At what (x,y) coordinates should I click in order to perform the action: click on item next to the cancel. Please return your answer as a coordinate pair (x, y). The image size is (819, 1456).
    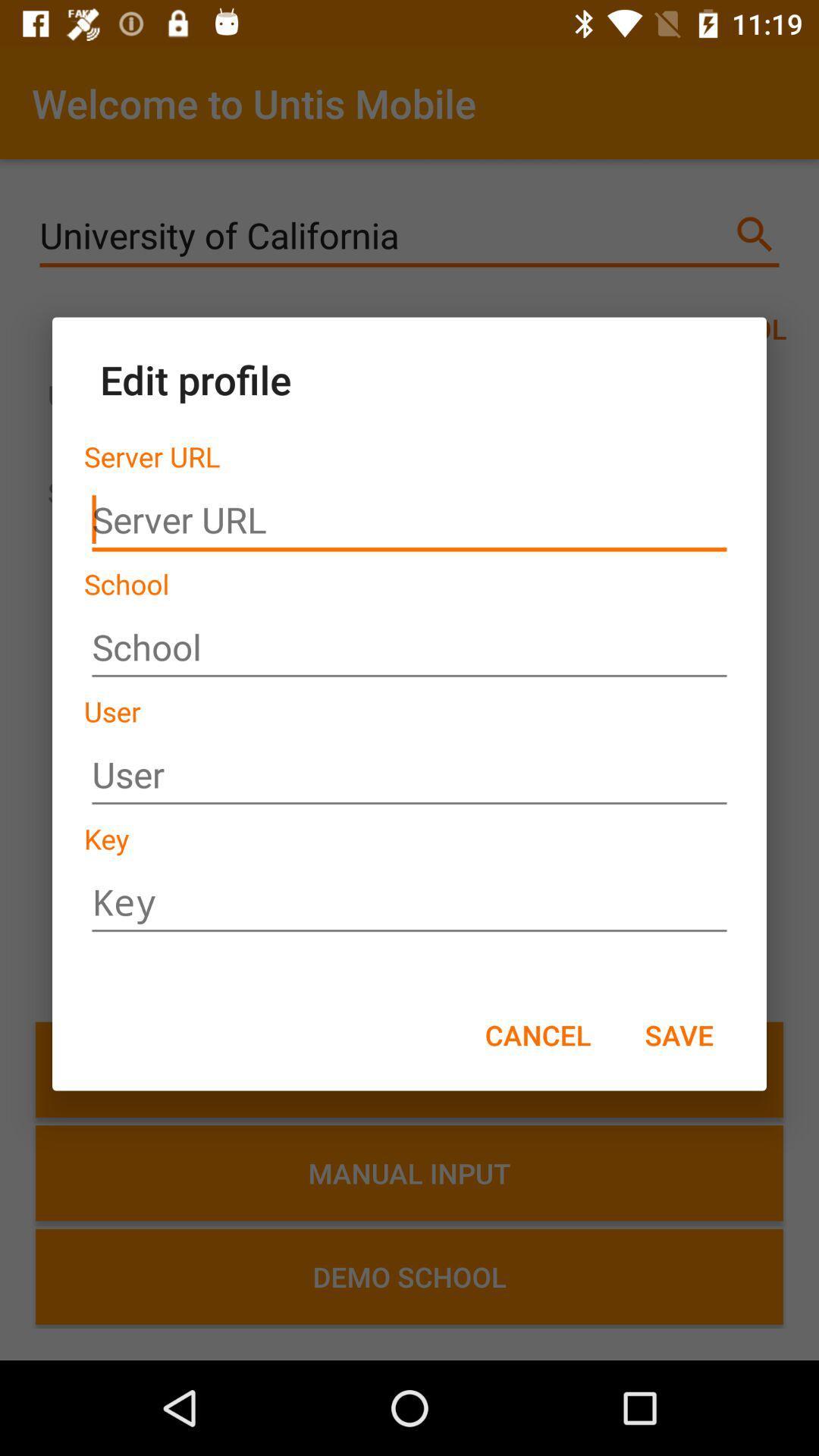
    Looking at the image, I should click on (678, 1034).